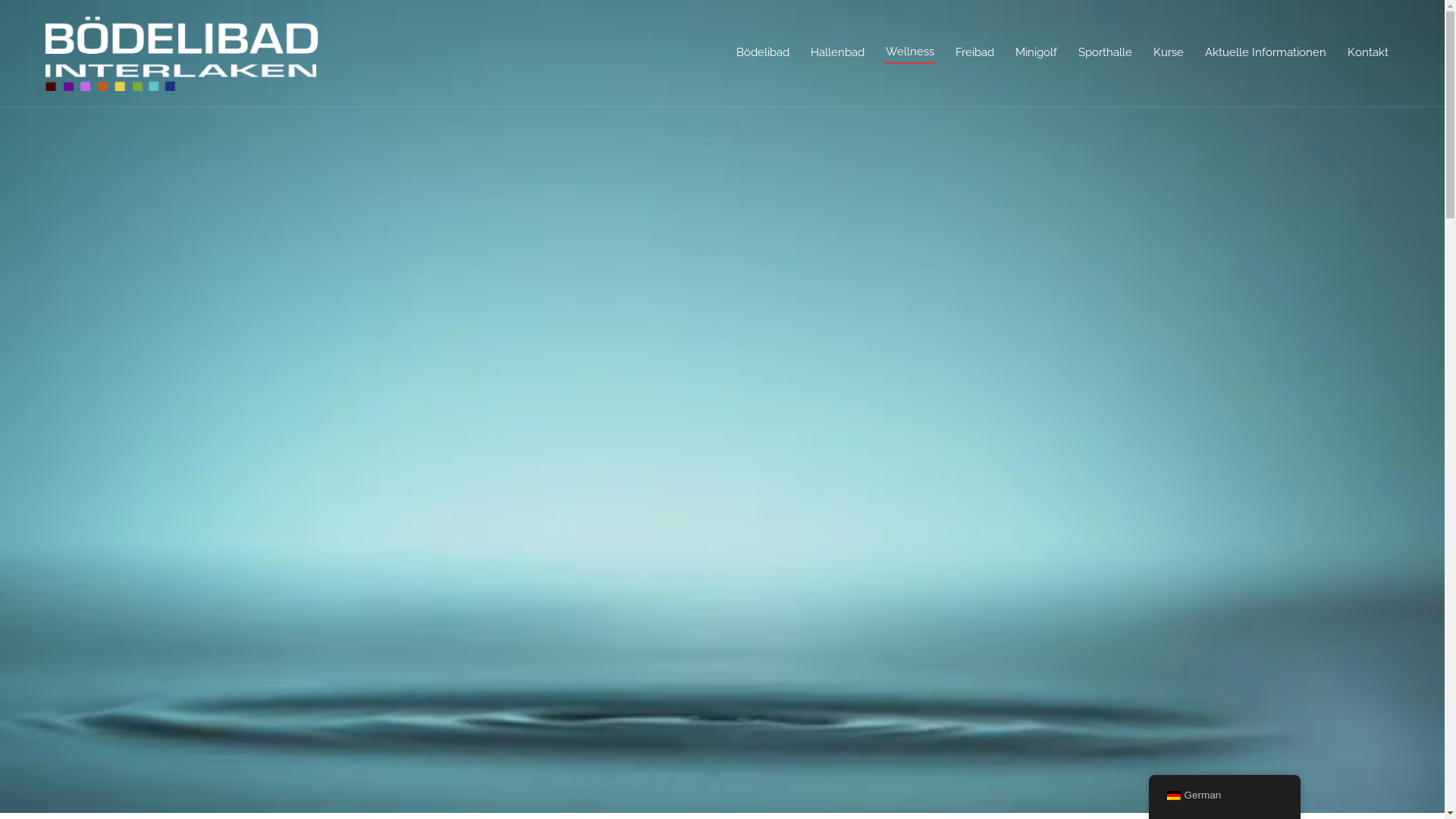 Image resolution: width=1456 pixels, height=819 pixels. I want to click on 'Kontakt', so click(1368, 52).